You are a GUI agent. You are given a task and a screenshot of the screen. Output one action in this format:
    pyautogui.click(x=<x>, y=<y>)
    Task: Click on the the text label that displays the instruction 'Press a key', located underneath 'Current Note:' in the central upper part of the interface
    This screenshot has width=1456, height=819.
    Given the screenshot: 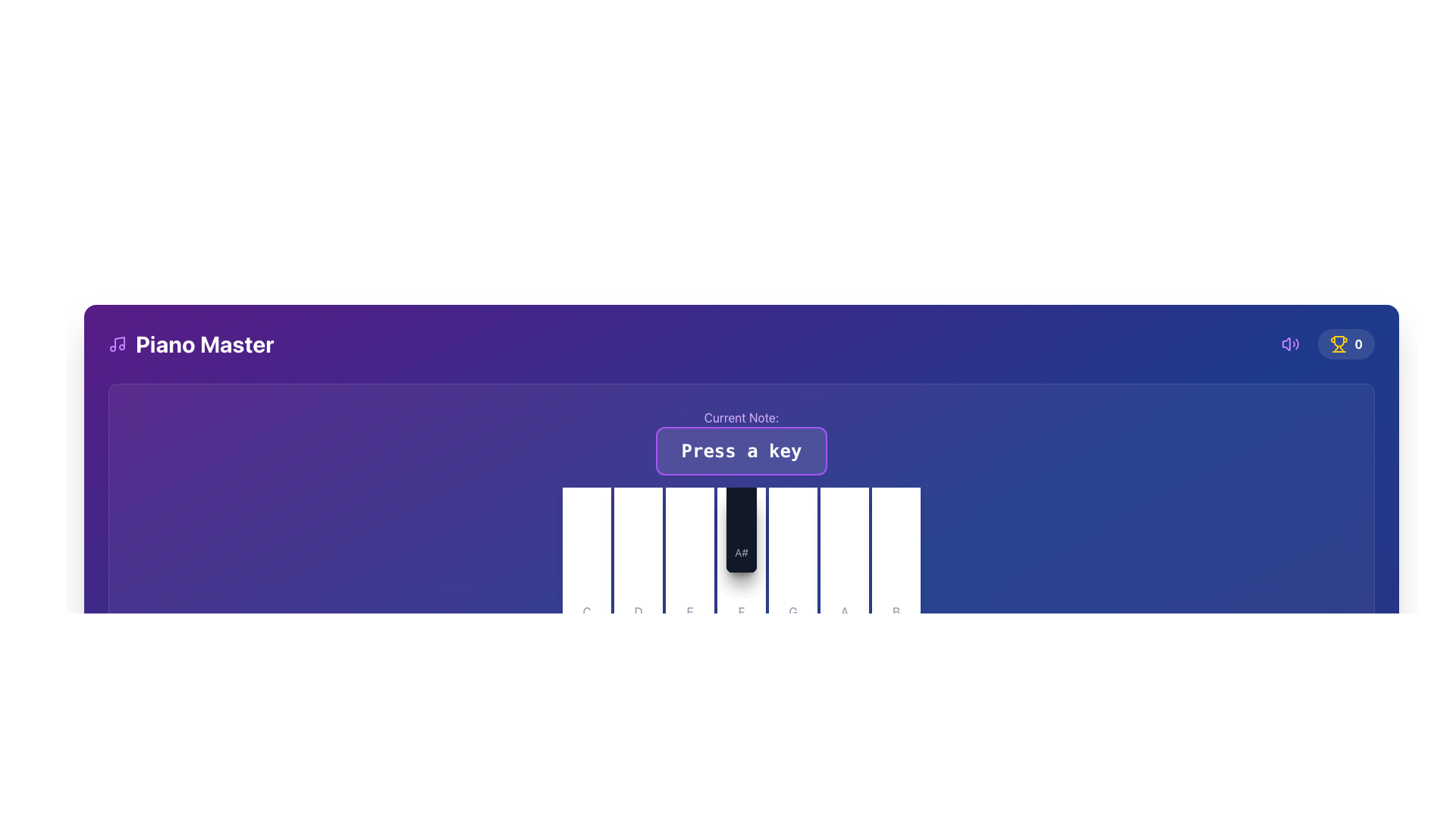 What is the action you would take?
    pyautogui.click(x=742, y=450)
    